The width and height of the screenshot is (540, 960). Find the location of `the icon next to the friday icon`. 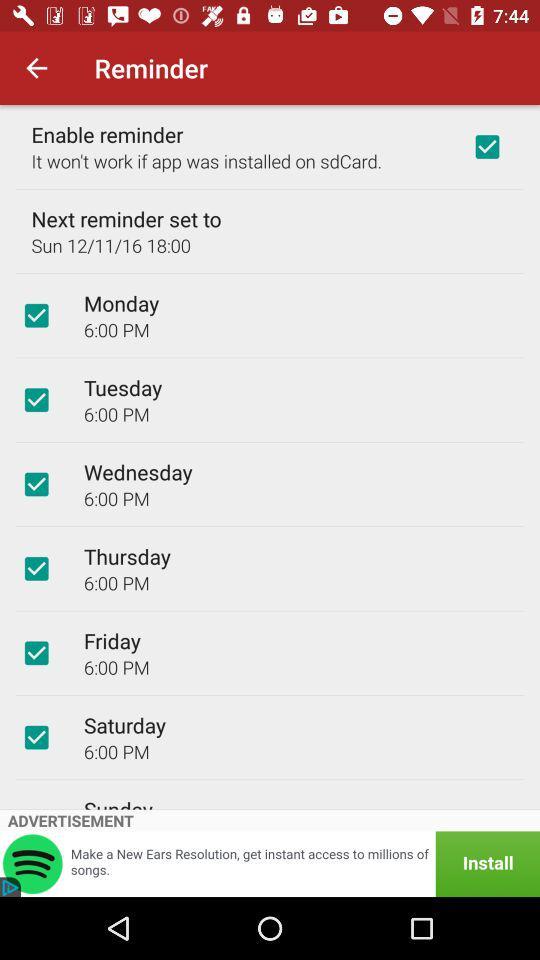

the icon next to the friday icon is located at coordinates (36, 652).